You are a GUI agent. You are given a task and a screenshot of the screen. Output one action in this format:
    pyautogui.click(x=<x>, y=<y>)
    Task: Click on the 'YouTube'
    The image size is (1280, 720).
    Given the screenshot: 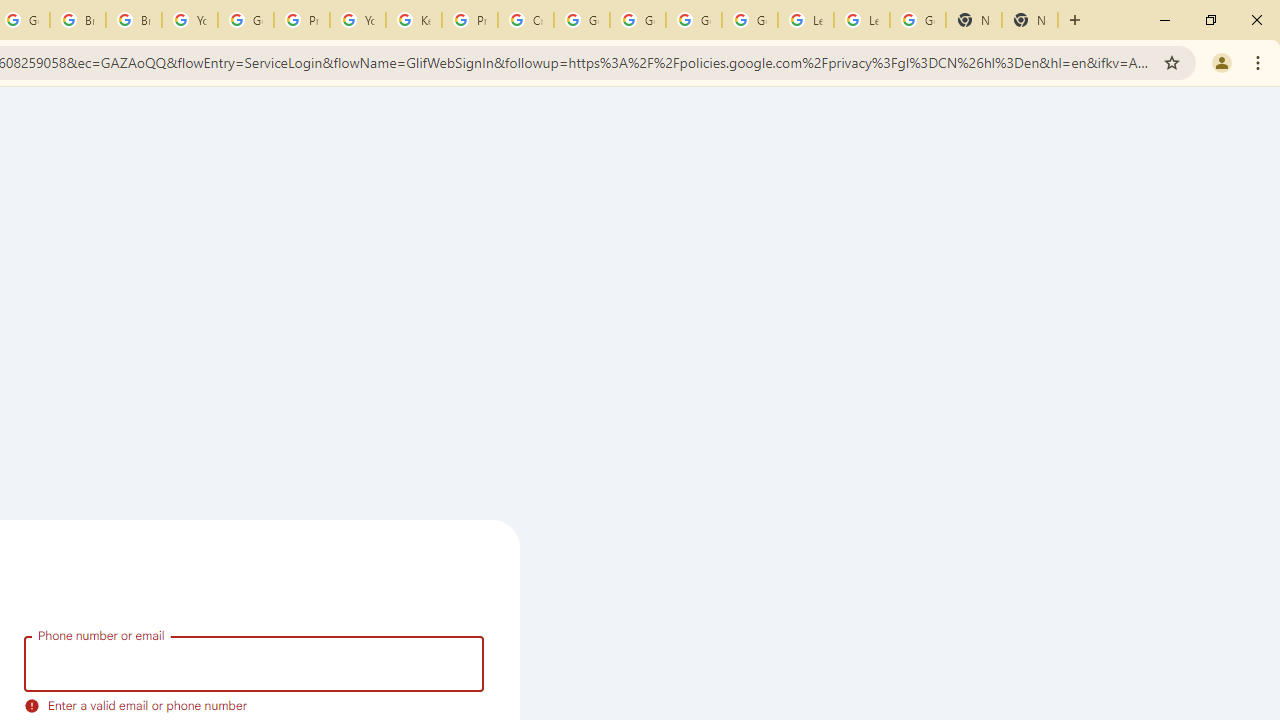 What is the action you would take?
    pyautogui.click(x=358, y=20)
    